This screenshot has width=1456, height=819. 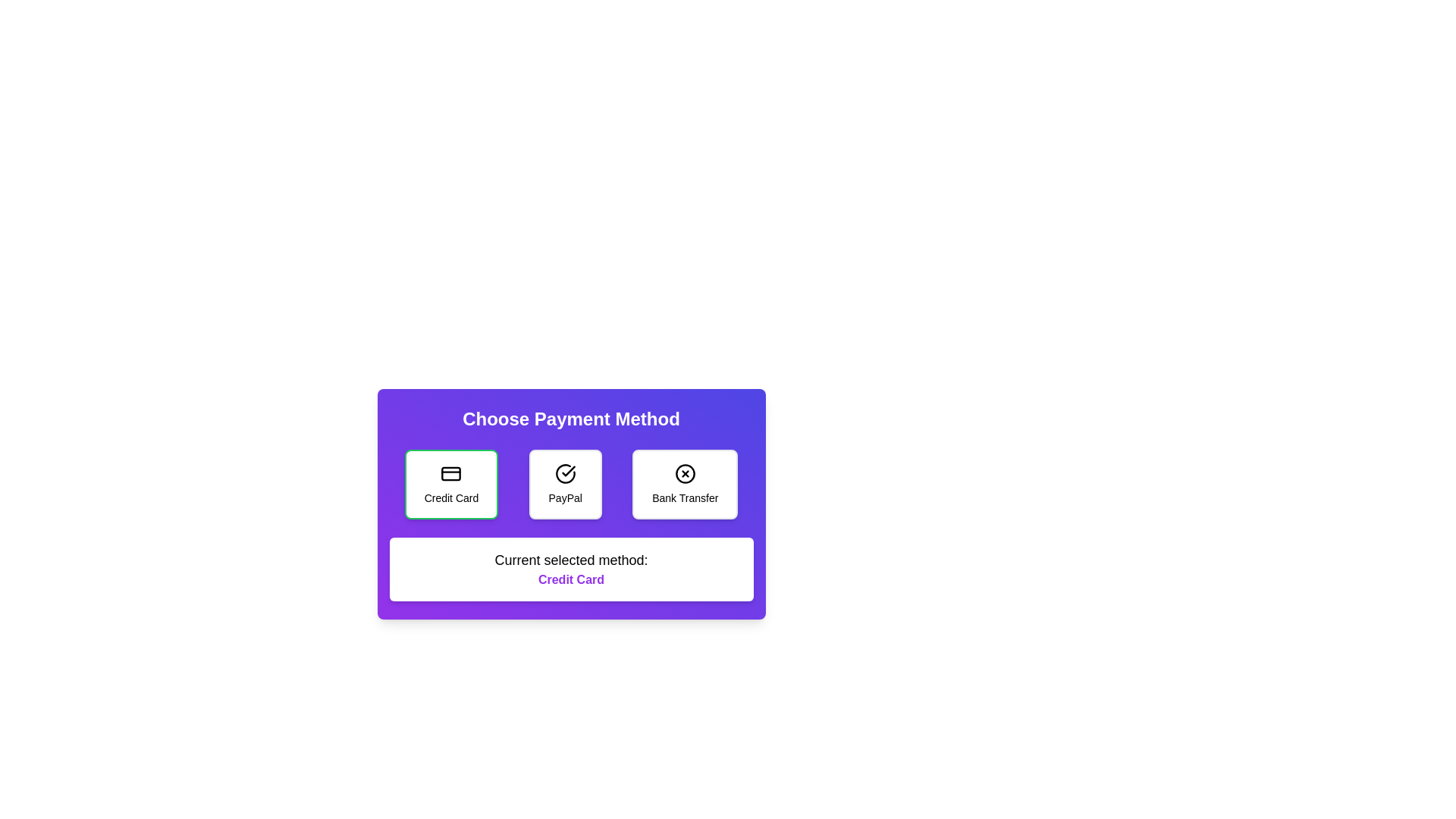 I want to click on the button corresponding to the payment method Bank Transfer, so click(x=683, y=485).